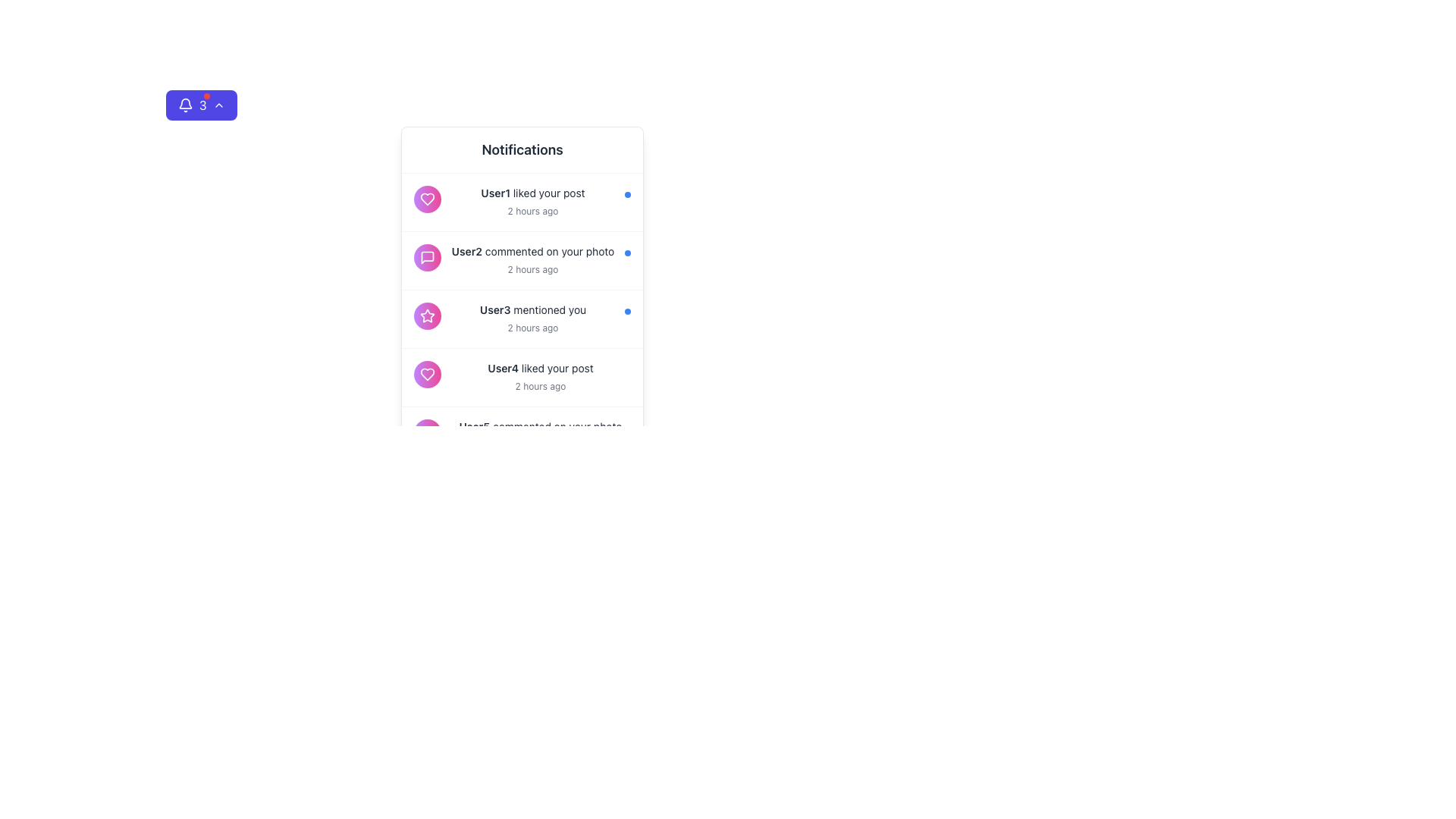 The height and width of the screenshot is (819, 1456). I want to click on the text label displaying 'User5', which is part of the fifth notification entry in the 'Notifications' list, so click(473, 426).